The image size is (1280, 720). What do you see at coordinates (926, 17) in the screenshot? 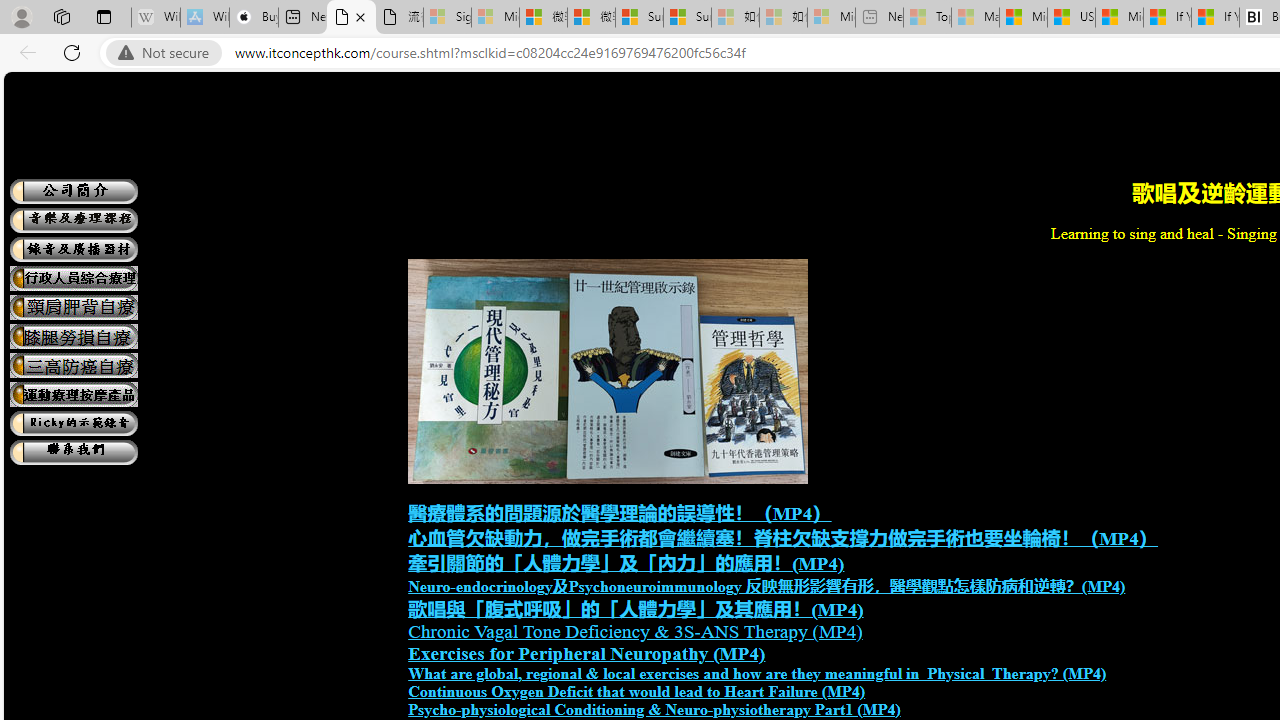
I see `'Top Stories - MSN - Sleeping'` at bounding box center [926, 17].